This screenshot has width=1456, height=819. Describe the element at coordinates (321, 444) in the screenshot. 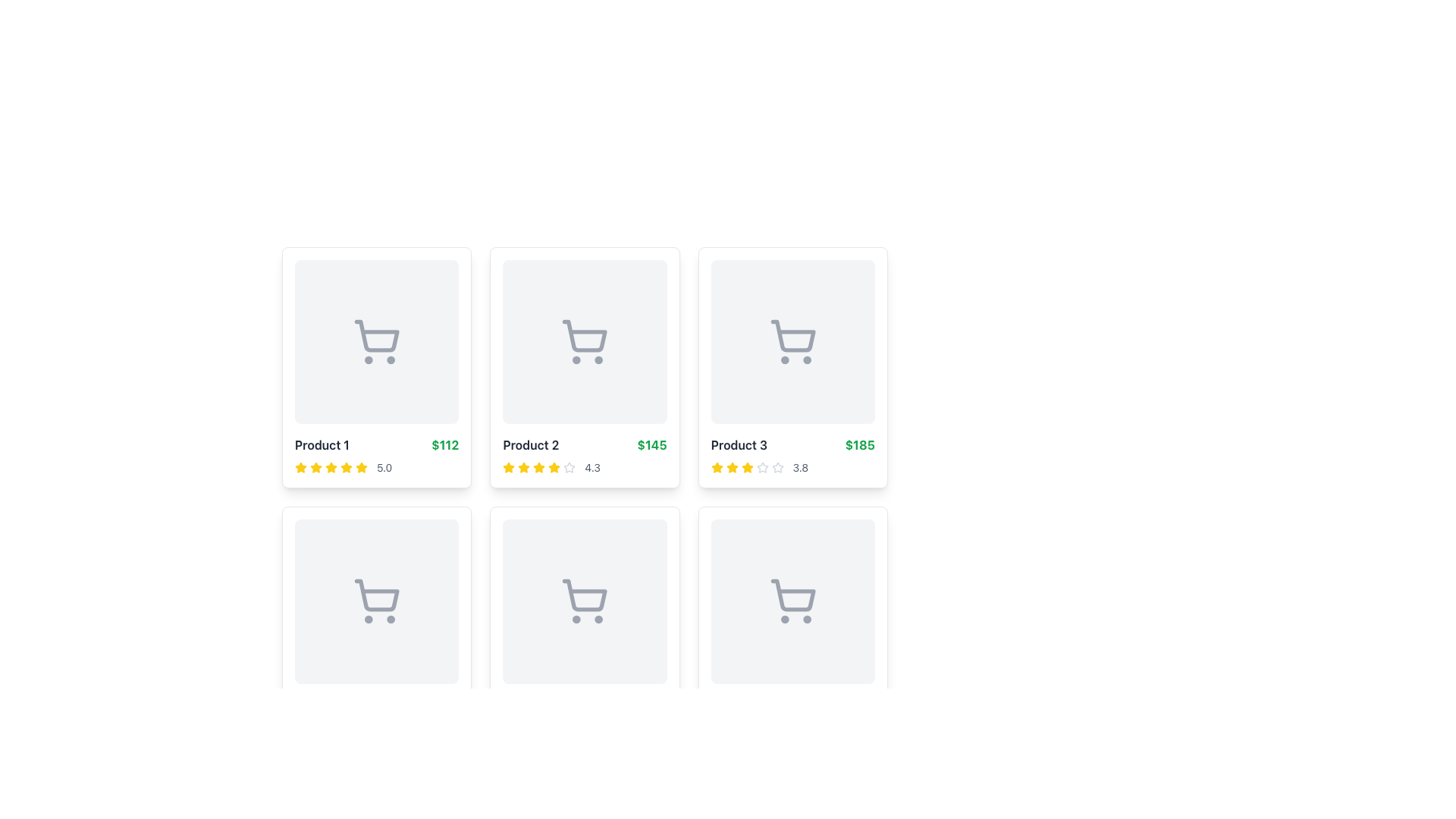

I see `bold text label reading 'Product 1', which is positioned in the top-left part of a product card, above the star ratings` at that location.